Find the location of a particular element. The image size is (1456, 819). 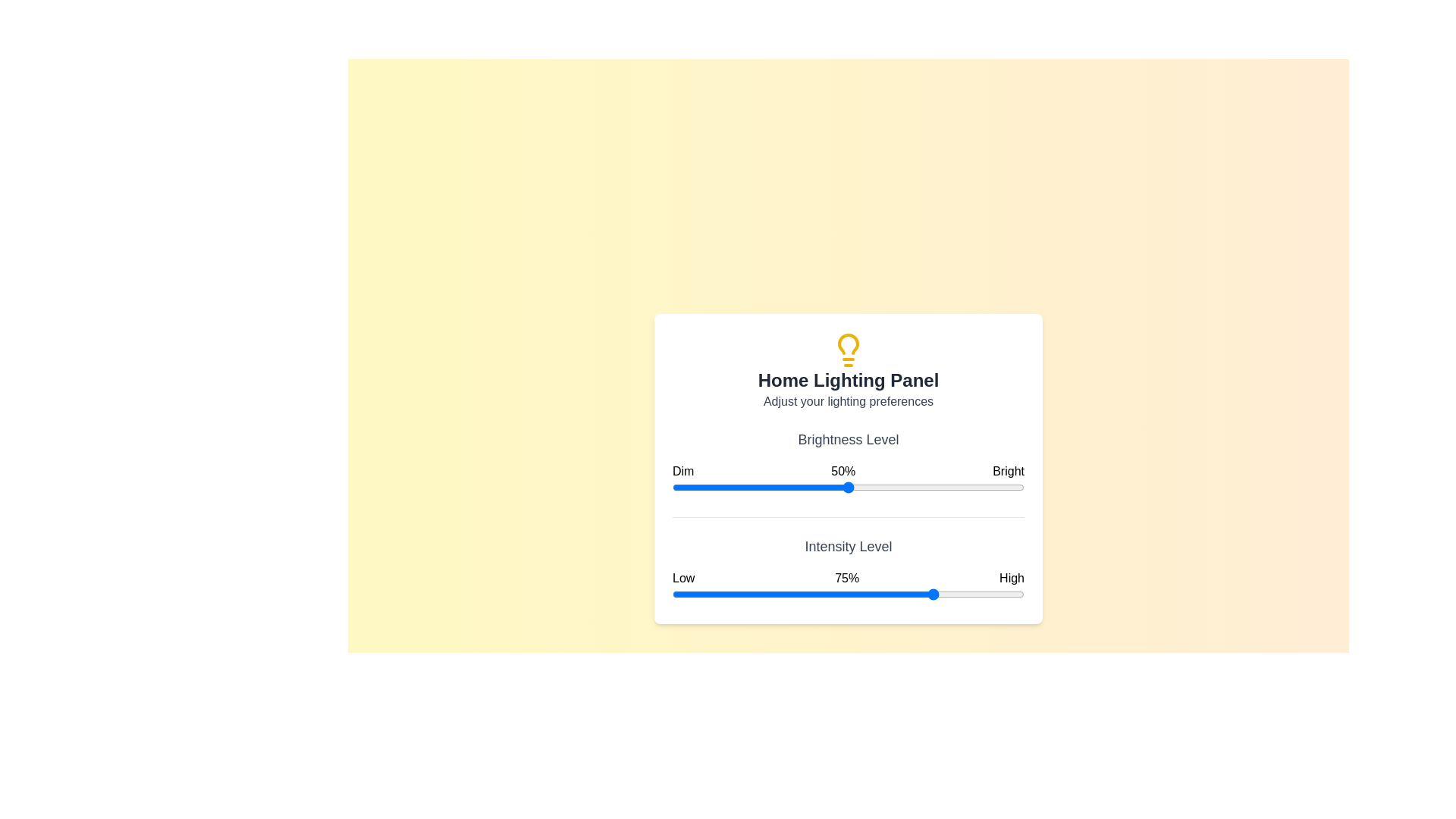

the lightbulb icon, which is centrally aligned above the 'Home Lighting Panel' and 'Adjust your lighting preferences' headings is located at coordinates (847, 350).